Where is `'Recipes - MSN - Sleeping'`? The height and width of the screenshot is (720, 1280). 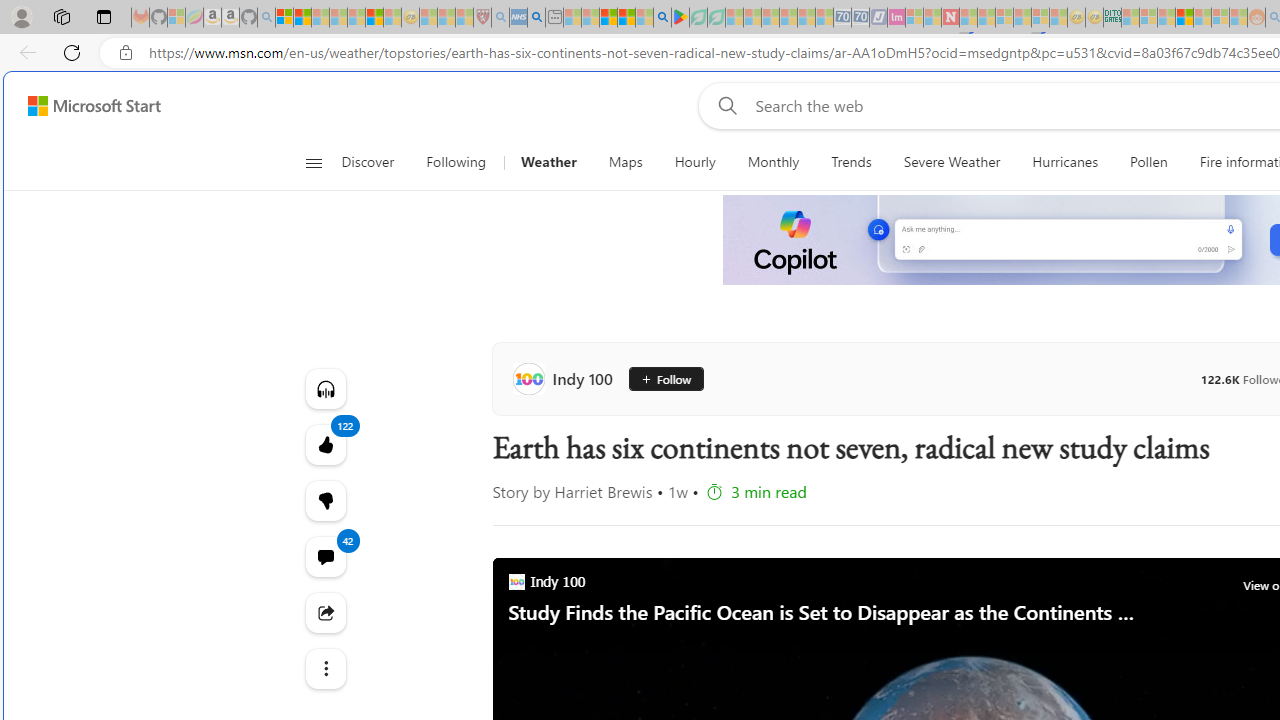 'Recipes - MSN - Sleeping' is located at coordinates (427, 17).